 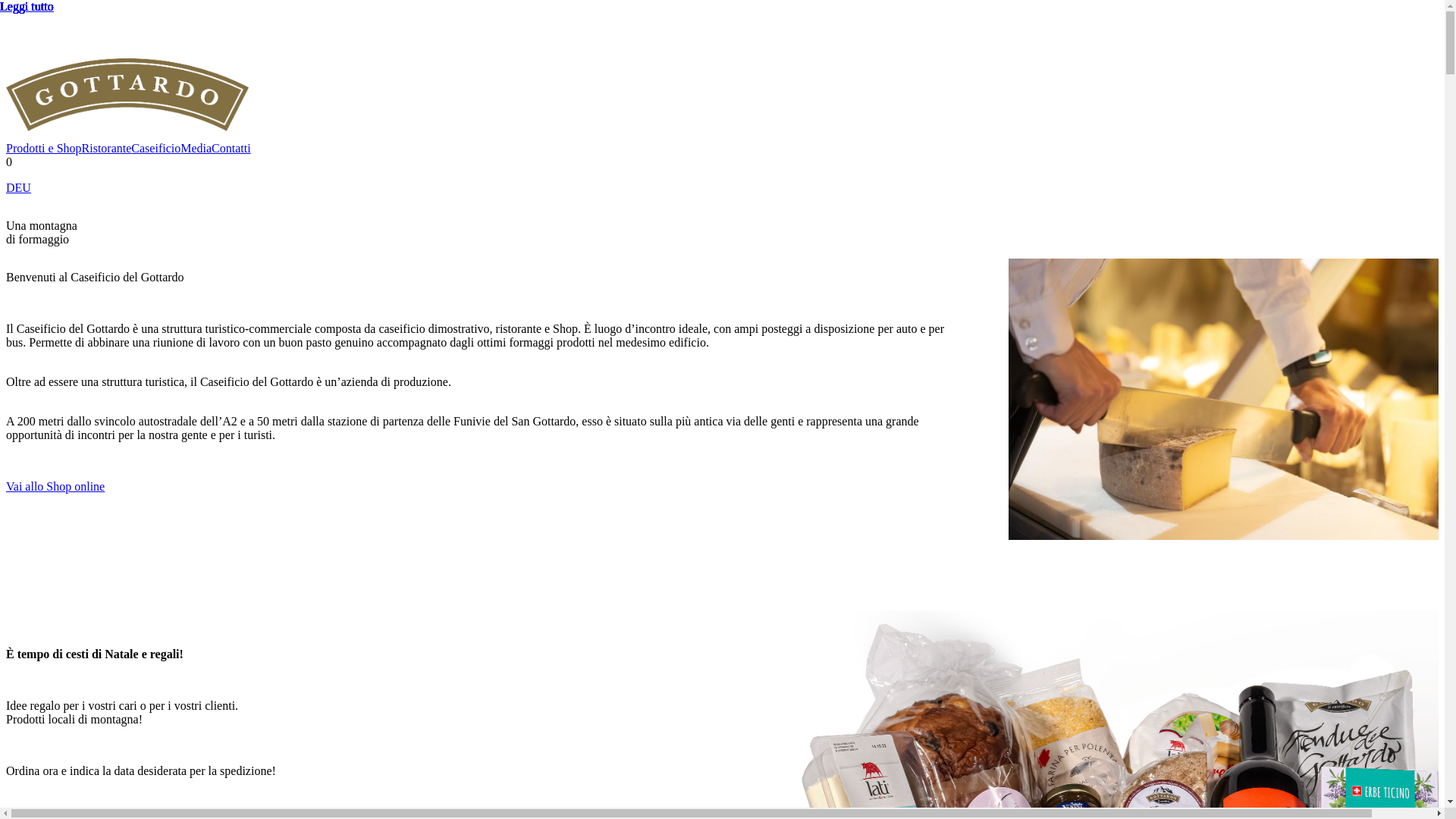 I want to click on 'Ristorante', so click(x=105, y=149).